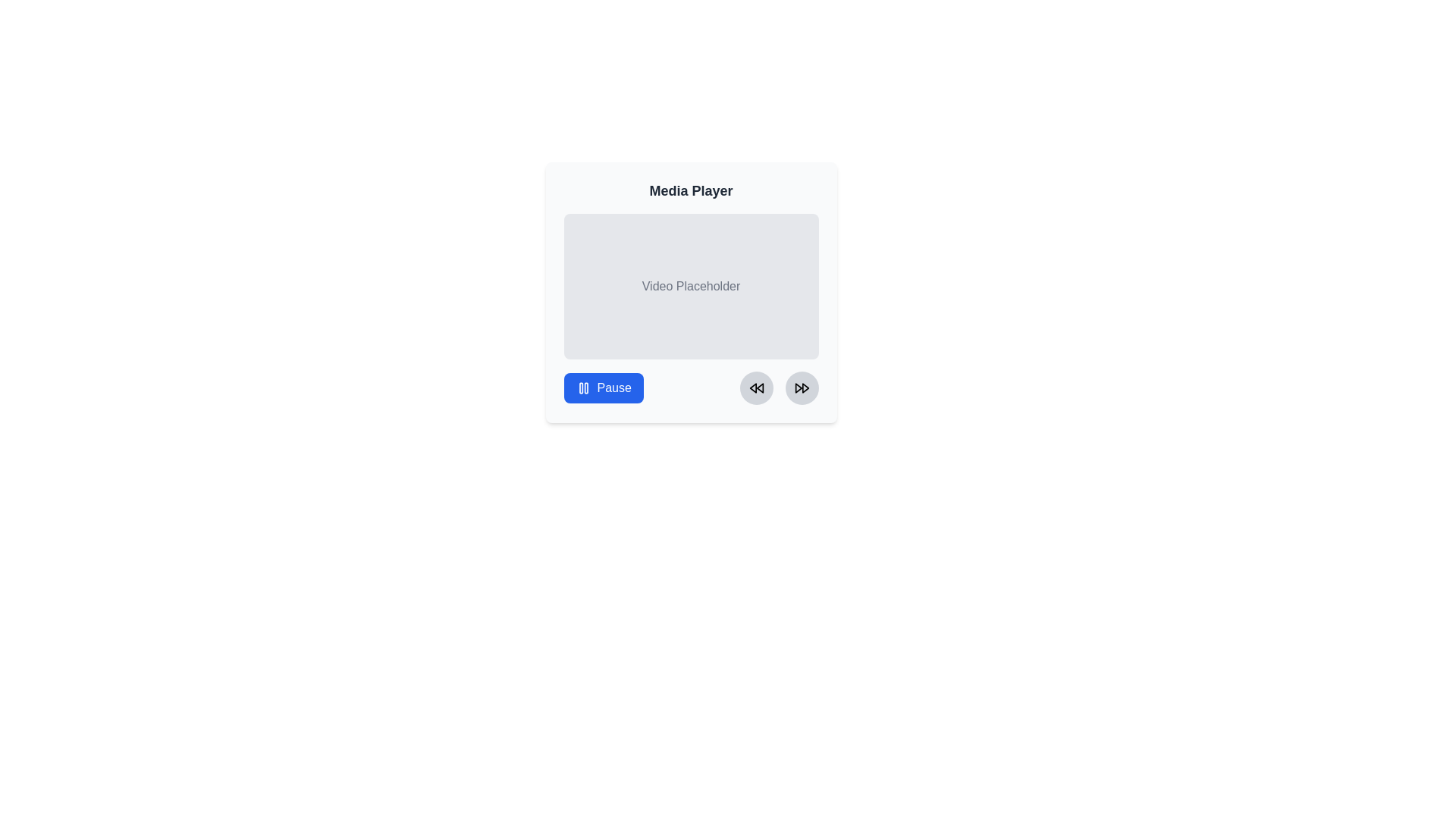 The image size is (1456, 819). Describe the element at coordinates (779, 388) in the screenshot. I see `the group of circular buttons for fast-rewind and fast-forward navigation, located centrally beneath the media playback area of the media player` at that location.